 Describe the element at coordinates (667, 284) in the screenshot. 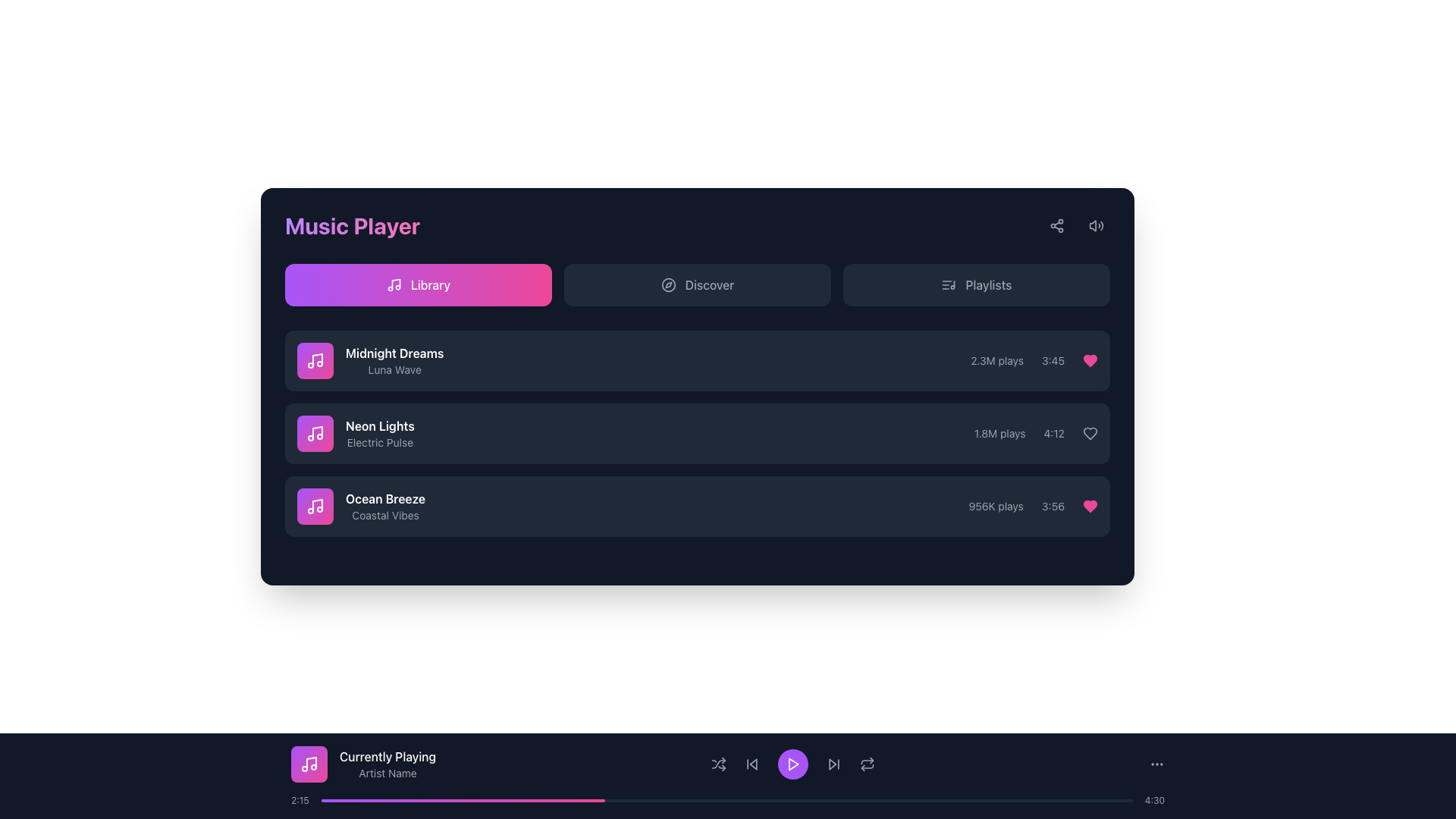

I see `the 'Discover' button located to the right of the circular compass icon, which has a minimalist design and is gray in color` at that location.